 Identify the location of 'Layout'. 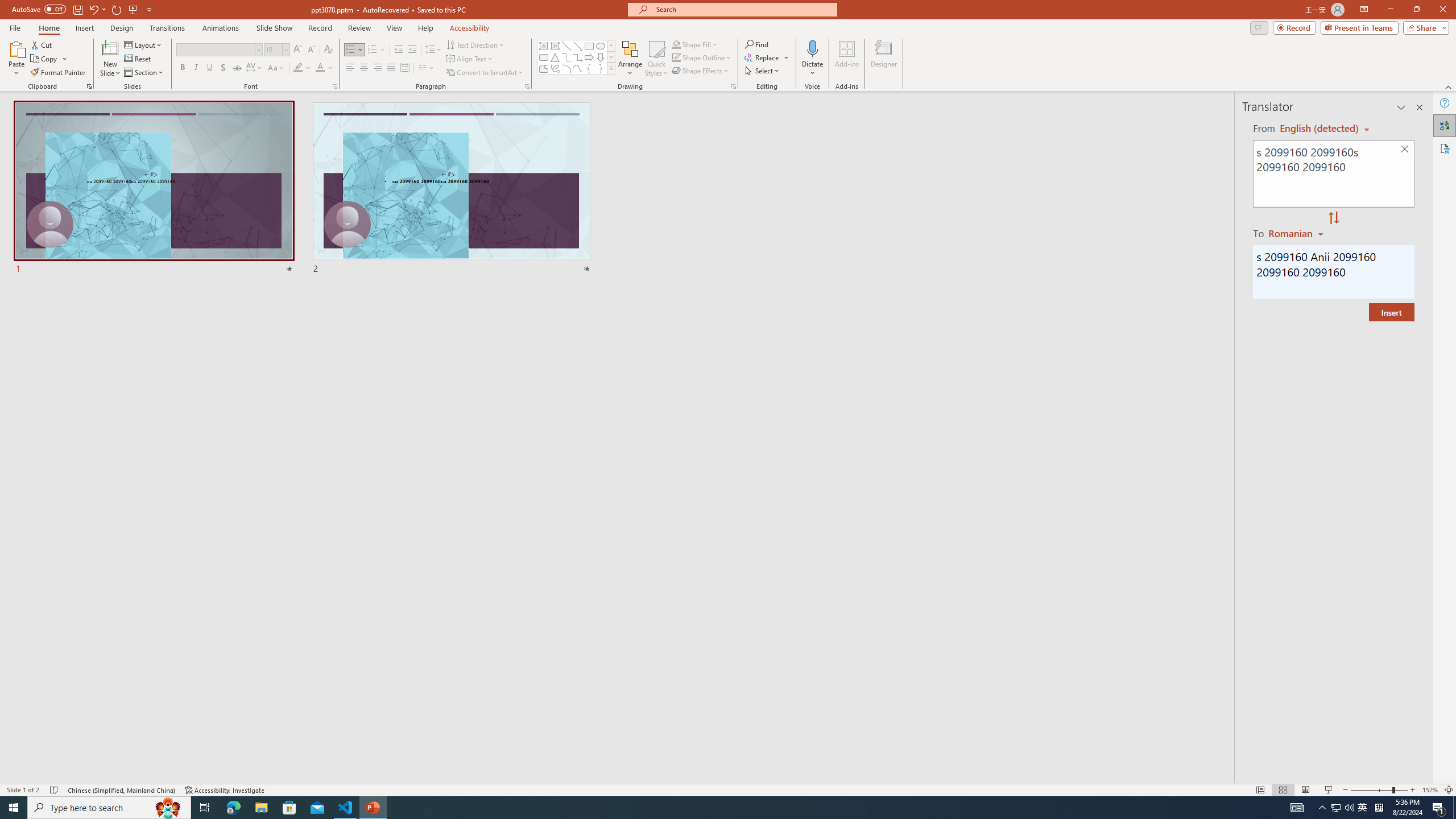
(143, 44).